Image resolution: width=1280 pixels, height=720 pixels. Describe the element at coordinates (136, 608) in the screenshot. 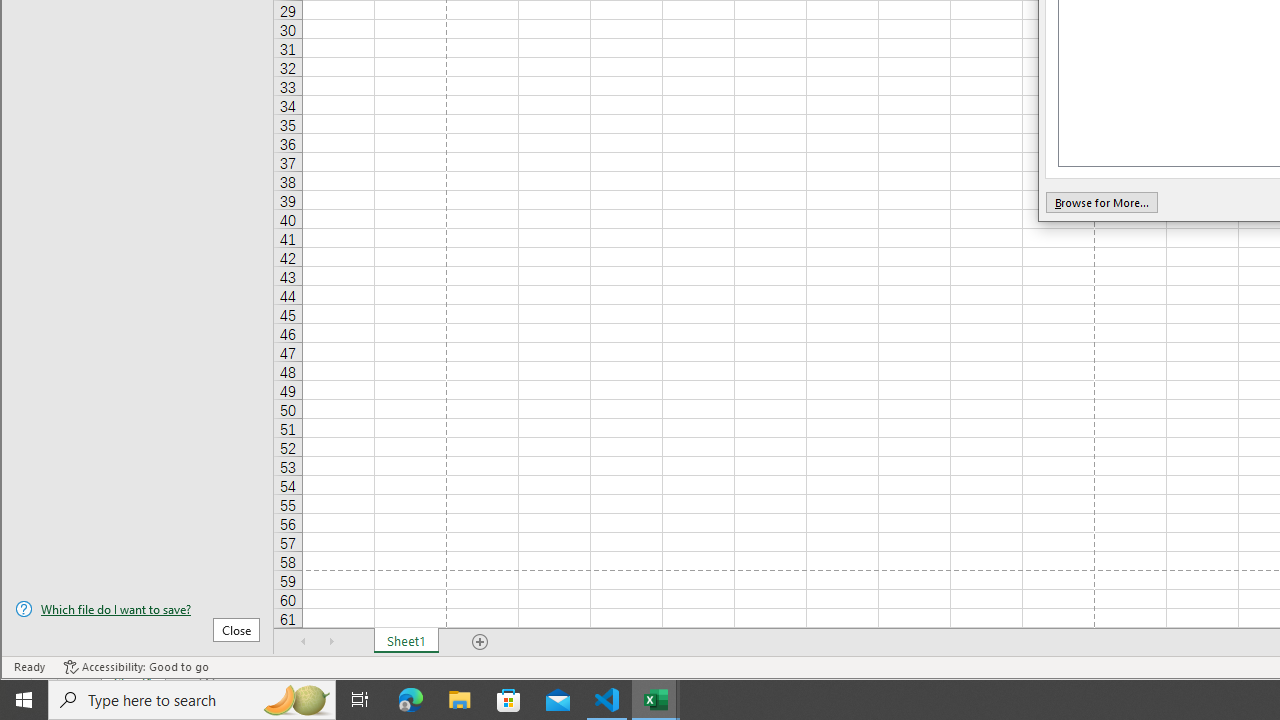

I see `'Which file do I want to save?'` at that location.